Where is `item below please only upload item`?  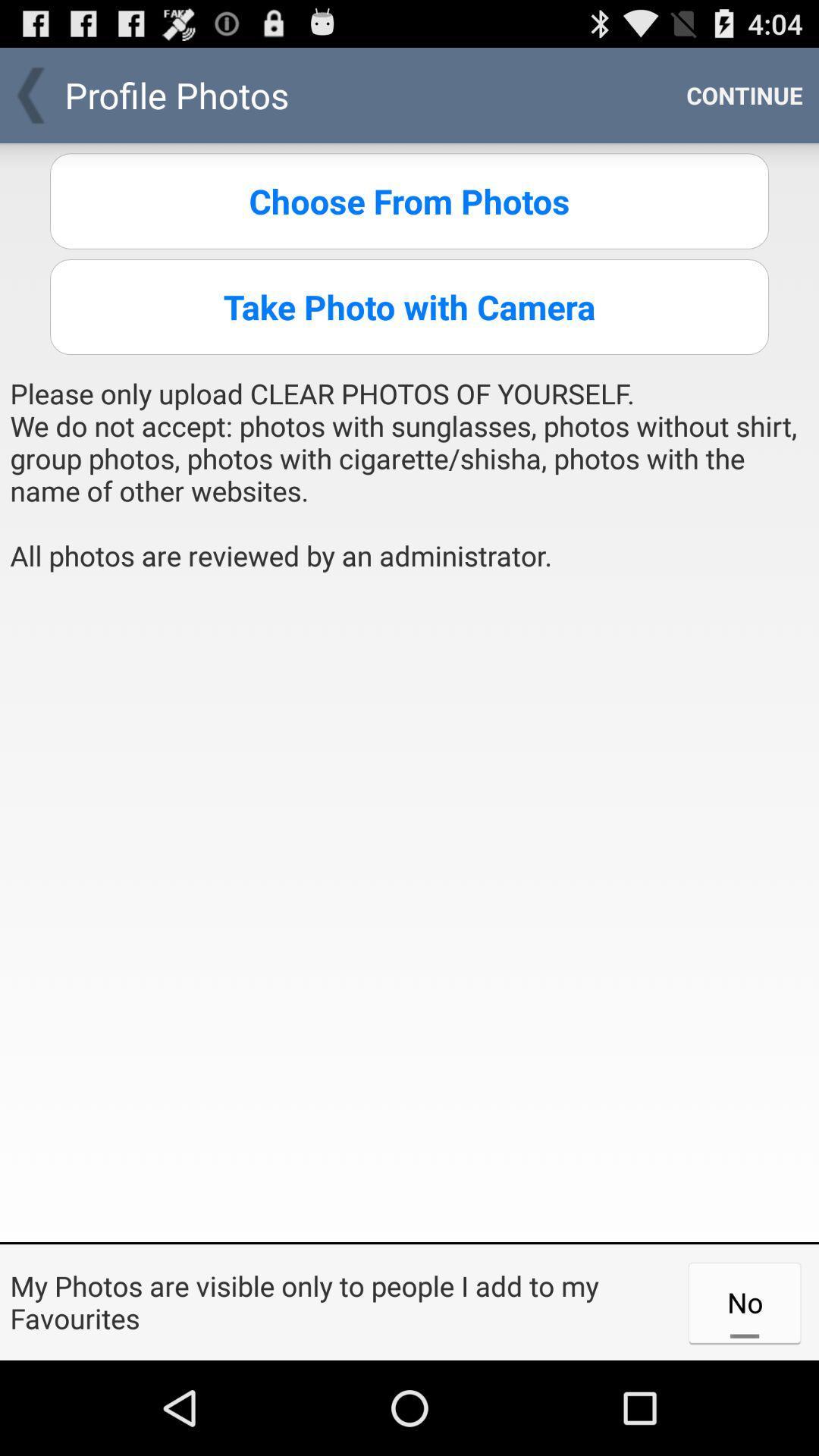
item below please only upload item is located at coordinates (409, 912).